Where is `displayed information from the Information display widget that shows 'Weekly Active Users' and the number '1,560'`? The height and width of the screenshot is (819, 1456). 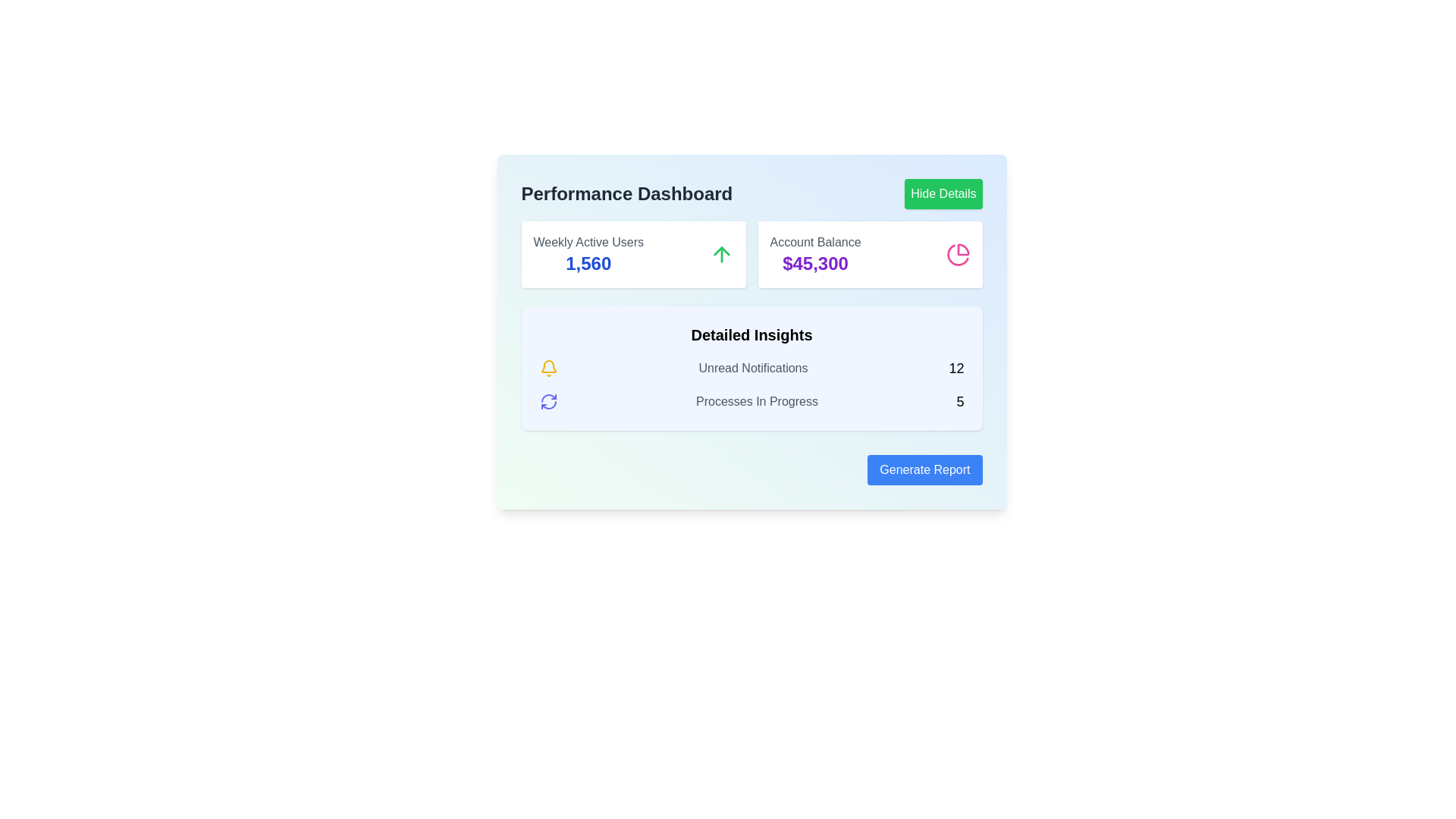
displayed information from the Information display widget that shows 'Weekly Active Users' and the number '1,560' is located at coordinates (633, 253).